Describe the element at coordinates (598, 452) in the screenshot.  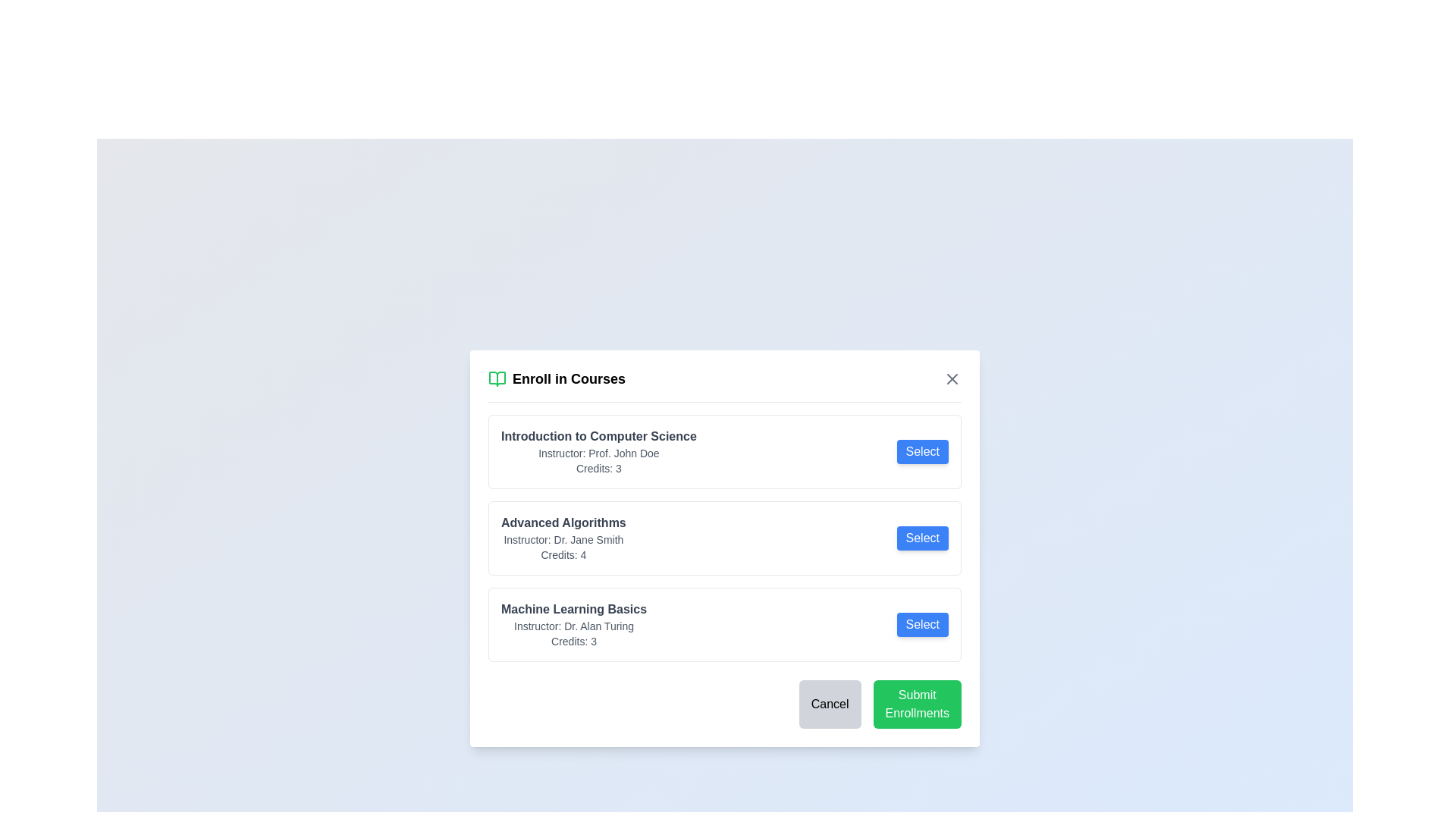
I see `the text label displaying 'Instructor: Prof. John Doe', which is positioned below the course title and above the credits information` at that location.